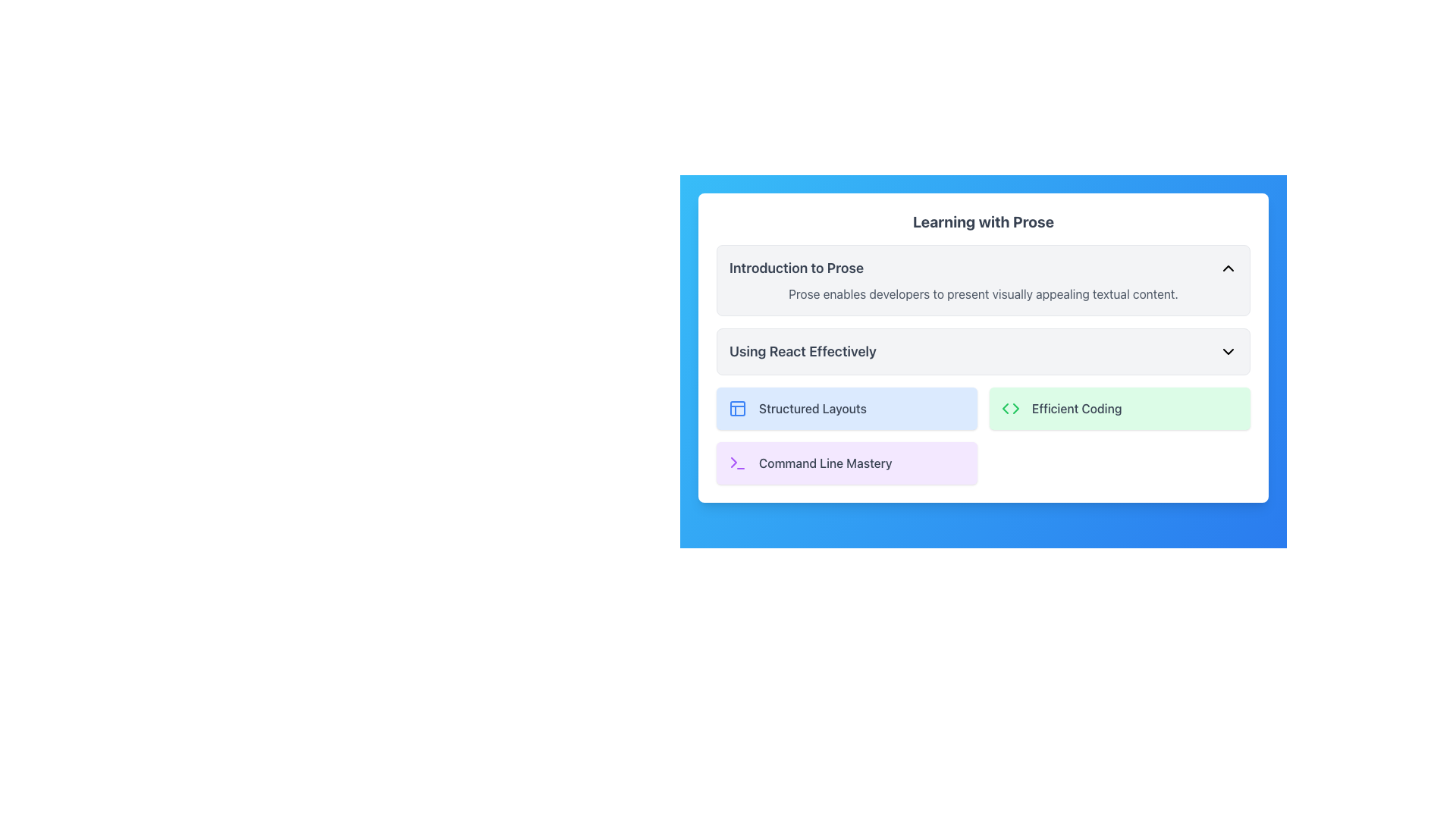 This screenshot has height=819, width=1456. I want to click on the 'Structured Layouts' button, so click(738, 408).